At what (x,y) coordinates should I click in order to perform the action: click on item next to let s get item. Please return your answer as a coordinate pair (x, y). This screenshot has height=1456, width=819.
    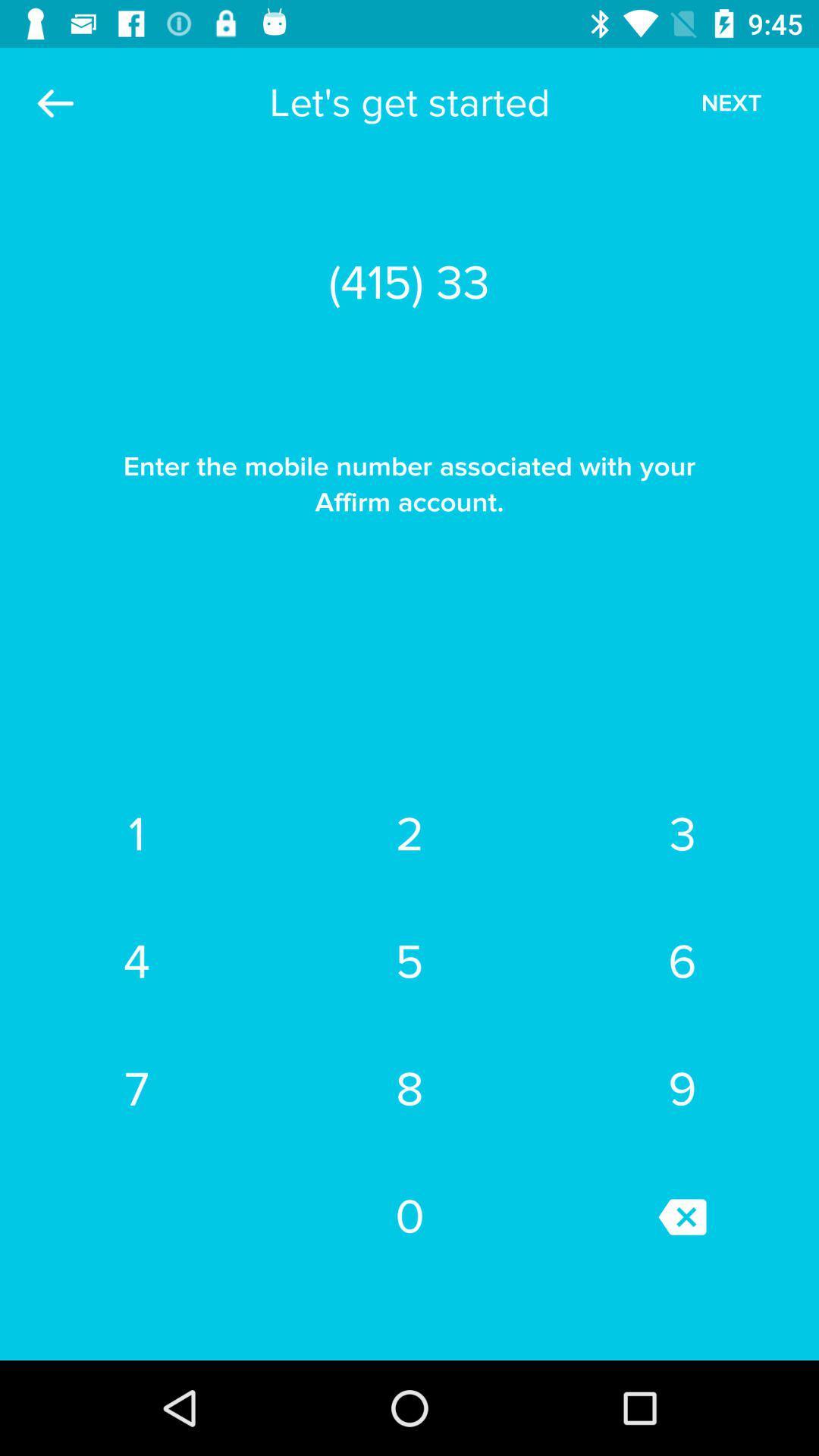
    Looking at the image, I should click on (730, 102).